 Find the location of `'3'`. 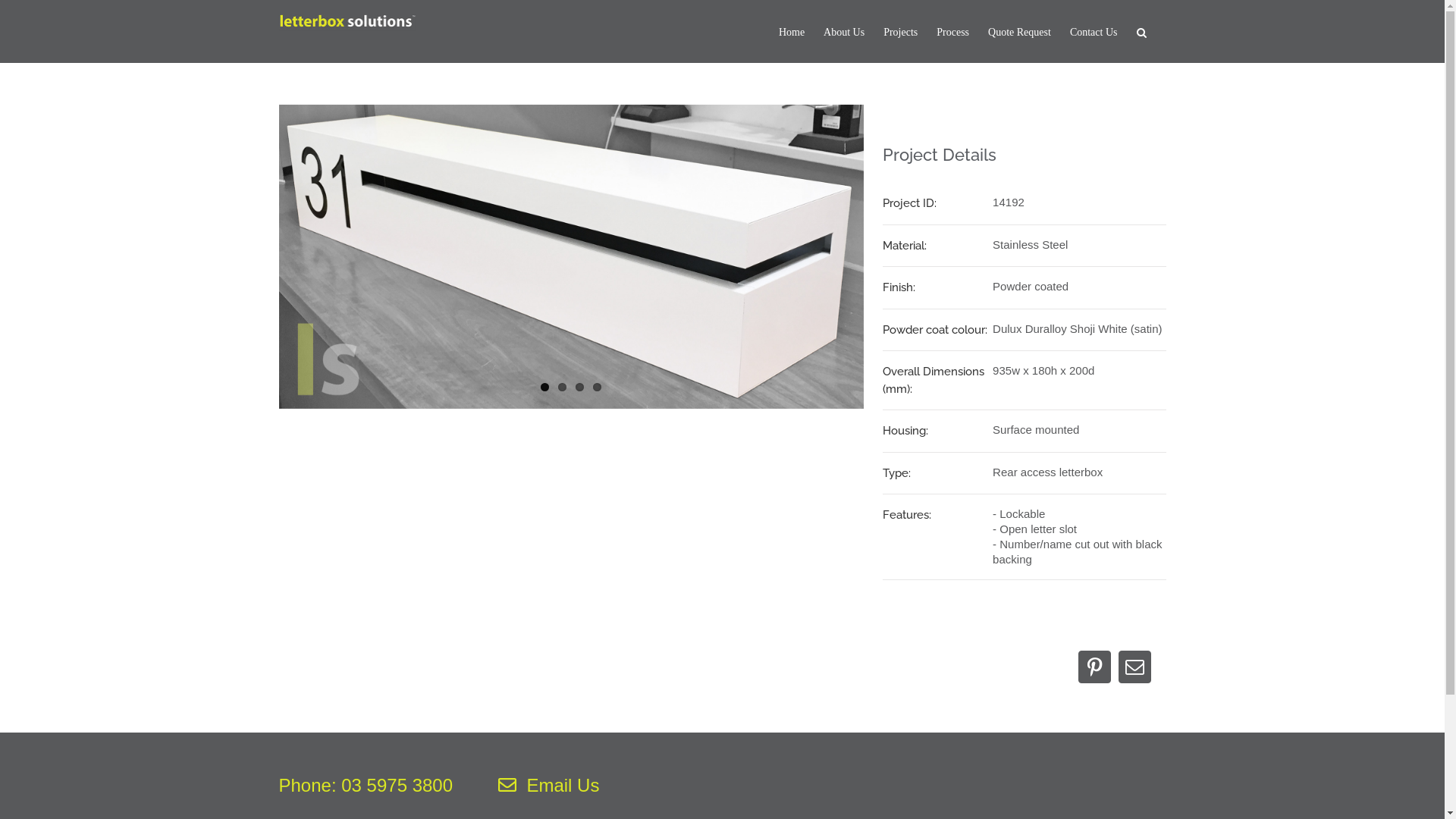

'3' is located at coordinates (579, 386).